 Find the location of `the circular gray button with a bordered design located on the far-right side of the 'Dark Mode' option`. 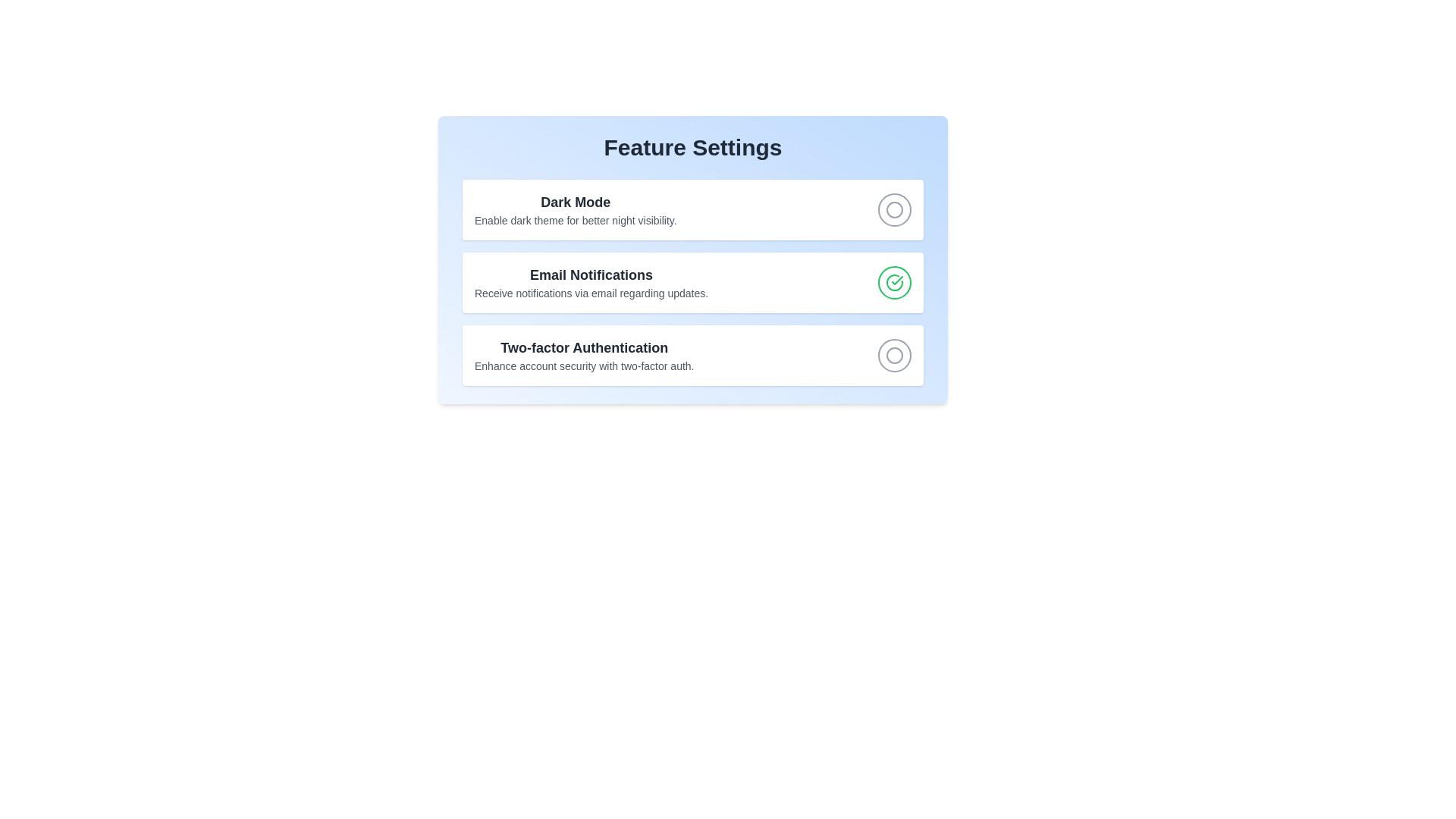

the circular gray button with a bordered design located on the far-right side of the 'Dark Mode' option is located at coordinates (895, 210).